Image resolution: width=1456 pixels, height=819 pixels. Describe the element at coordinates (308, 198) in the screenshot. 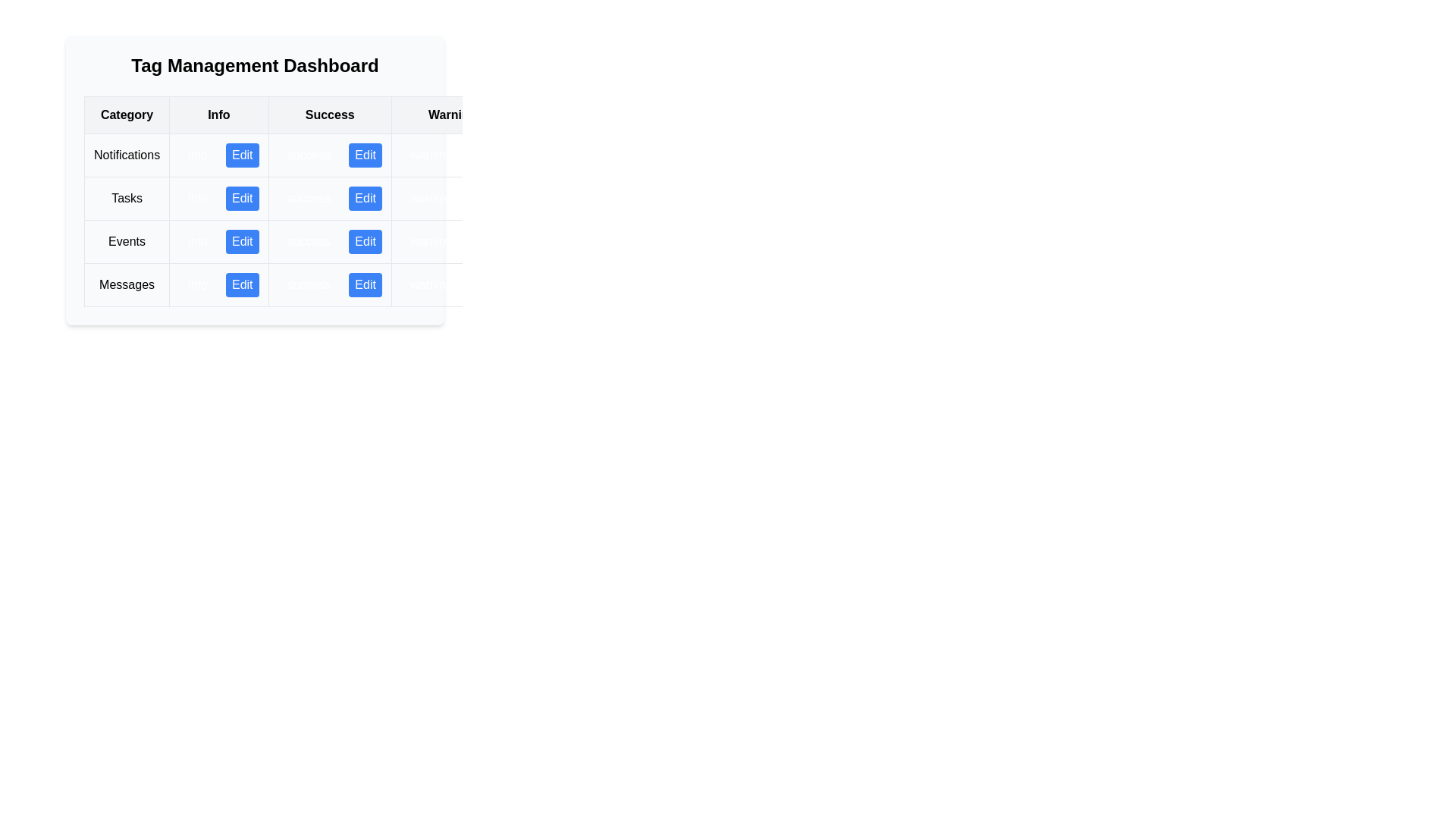

I see `the 'success' status tag located in the second row of the table, positioned to the left of the blue 'Edit' button` at that location.